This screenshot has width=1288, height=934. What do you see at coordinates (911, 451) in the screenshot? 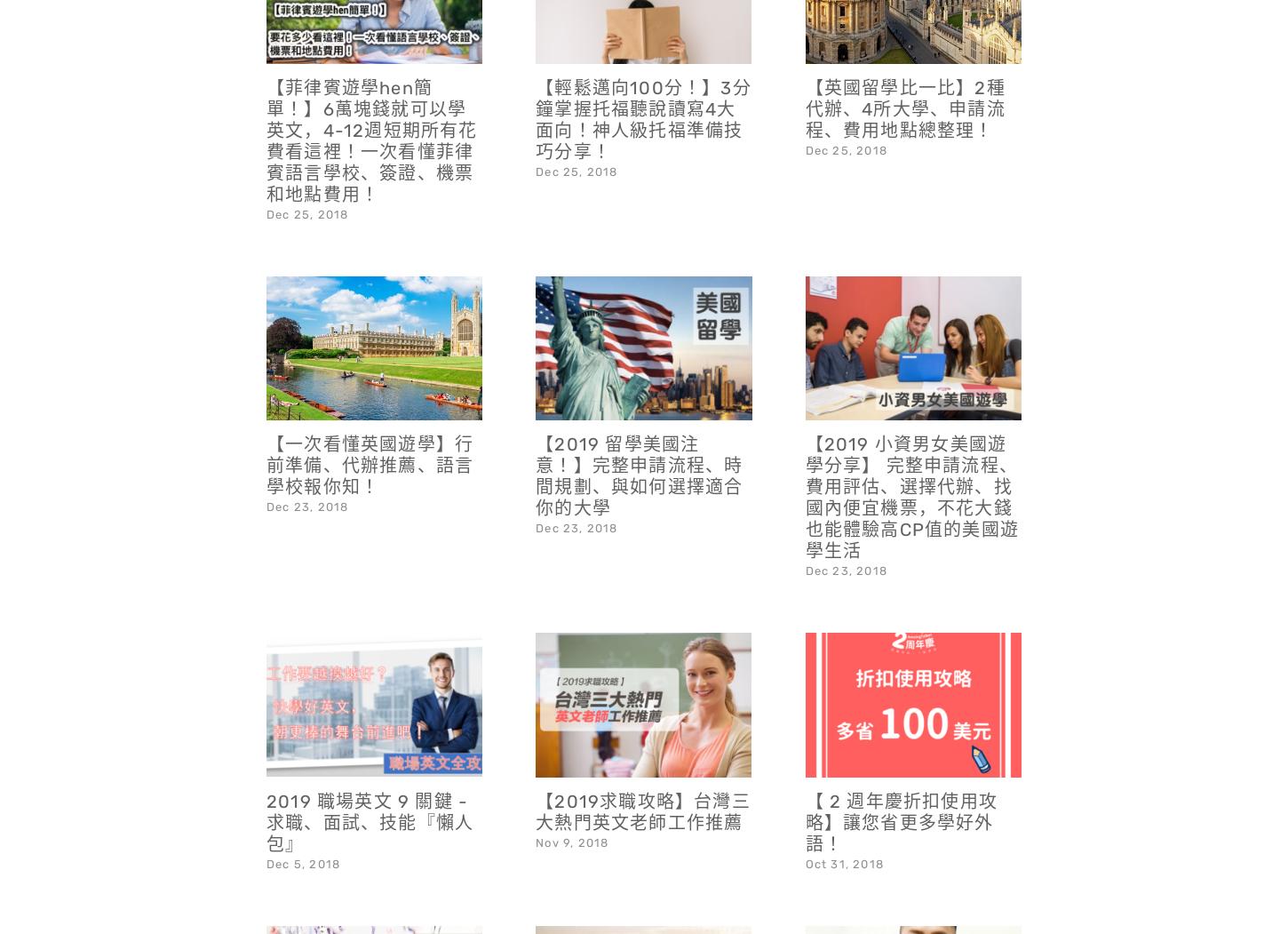
I see `'【2019 小資男女美國遊學分享】 完整申請流程、費用評估、選擇代辦、找國內便宜機票，不花大錢也能體驗高CP值的美國遊學生活'` at bounding box center [911, 451].